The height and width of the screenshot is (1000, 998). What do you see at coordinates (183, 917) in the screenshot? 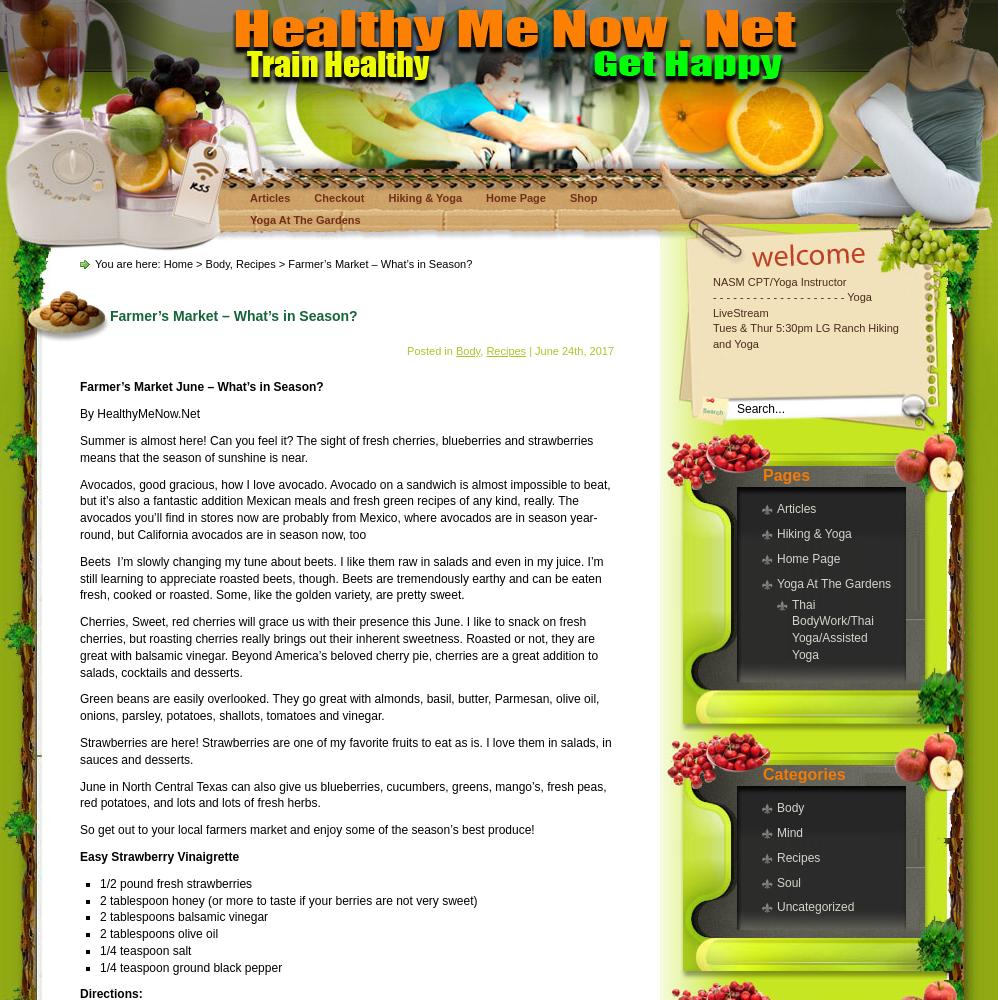
I see `'2 tablespoons balsamic vinegar'` at bounding box center [183, 917].